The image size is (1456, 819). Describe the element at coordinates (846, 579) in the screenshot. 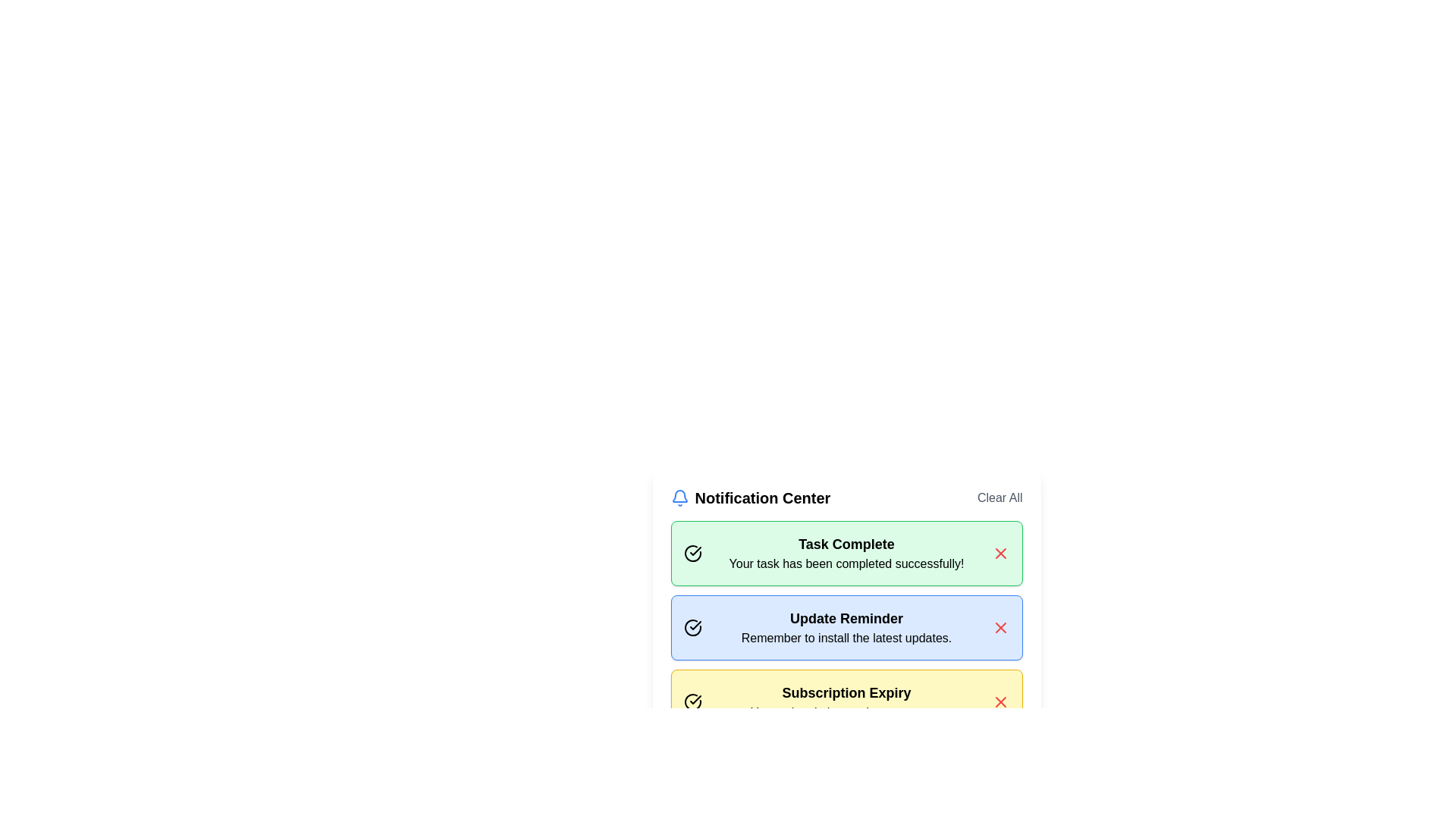

I see `the Notification block located in the Notification Center, which indicates the successful completion of a task and includes a close button` at that location.